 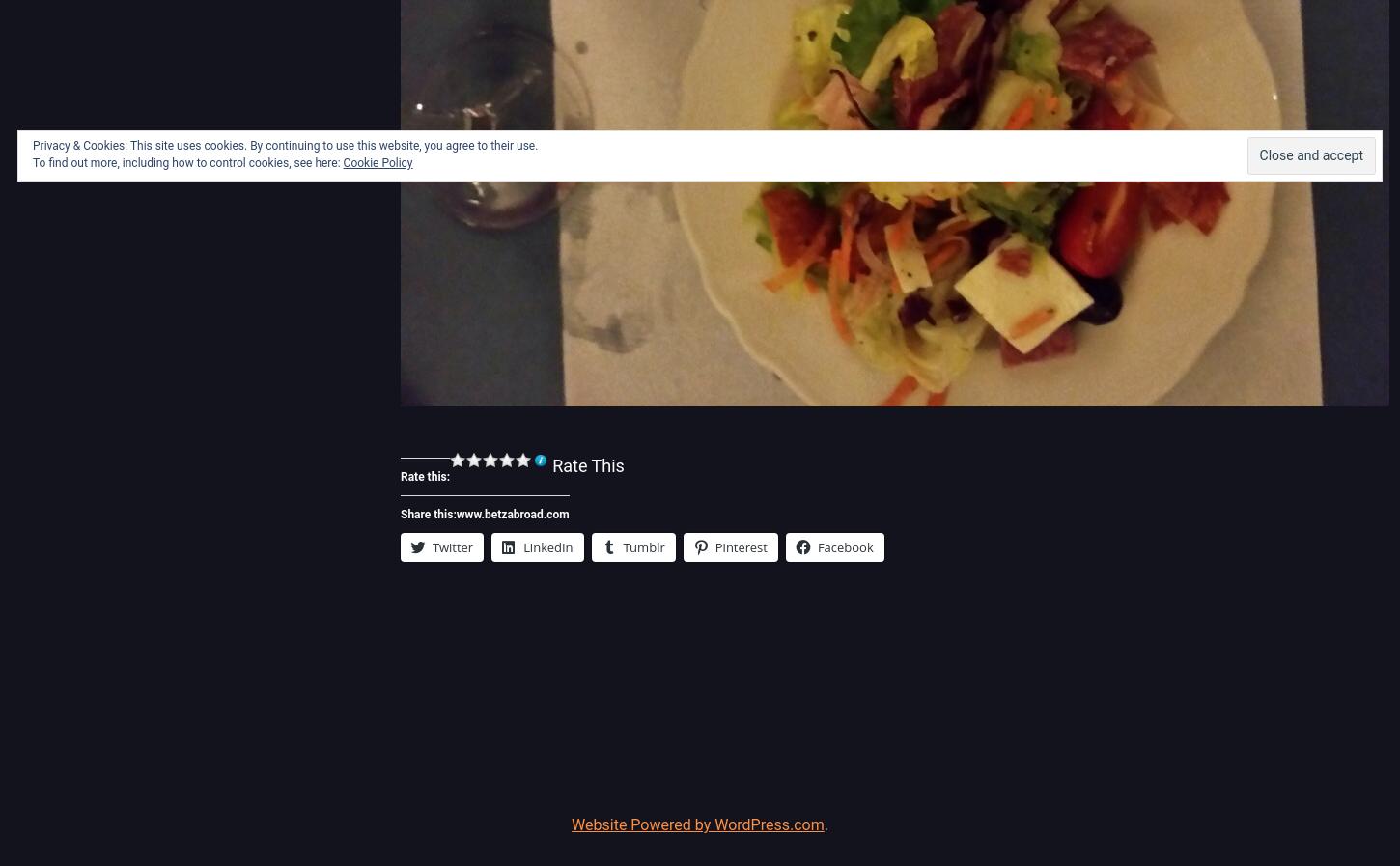 I want to click on 'Twitter', so click(x=451, y=546).